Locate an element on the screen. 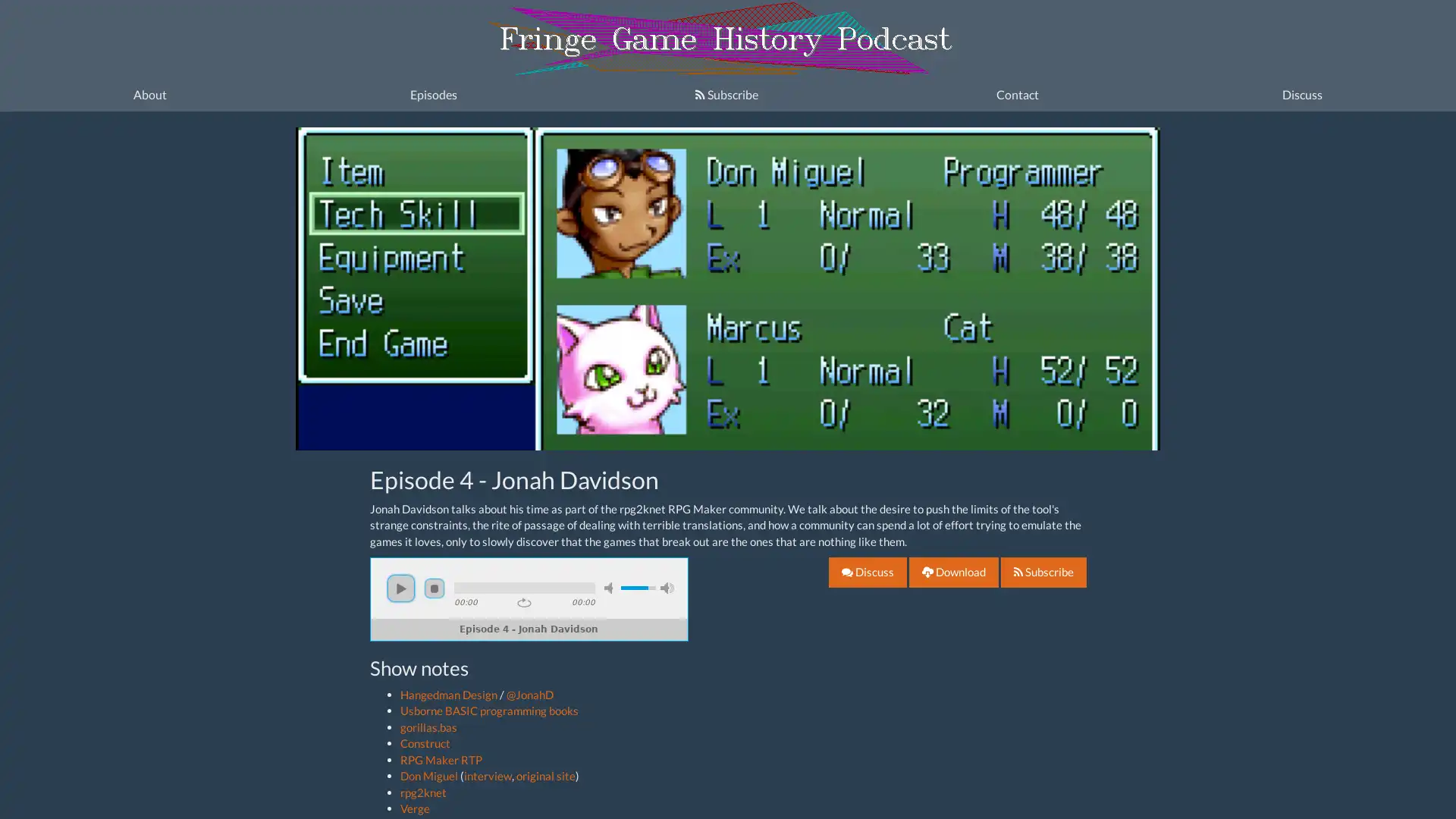  stop is located at coordinates (432, 587).